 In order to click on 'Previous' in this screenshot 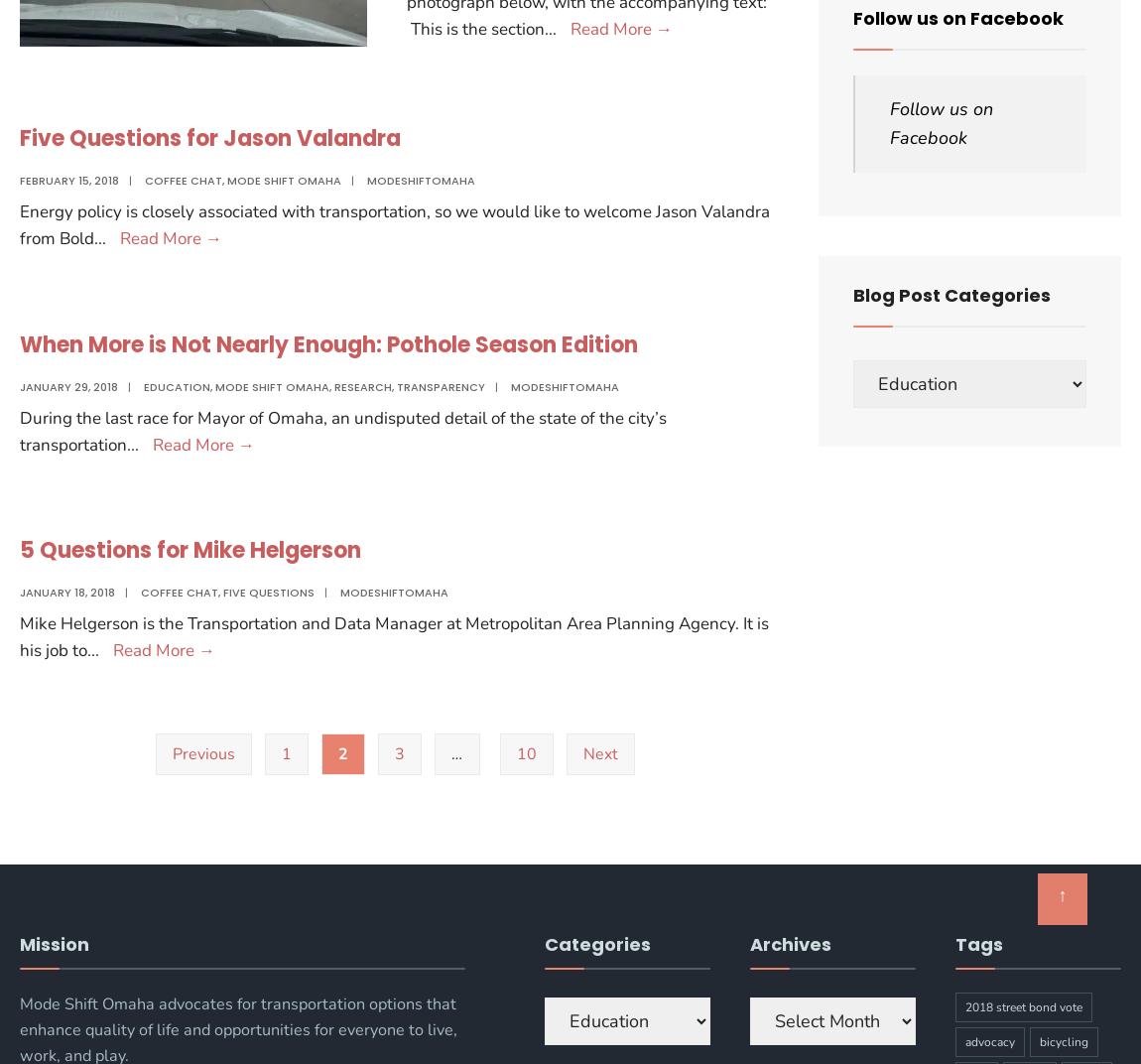, I will do `click(202, 754)`.